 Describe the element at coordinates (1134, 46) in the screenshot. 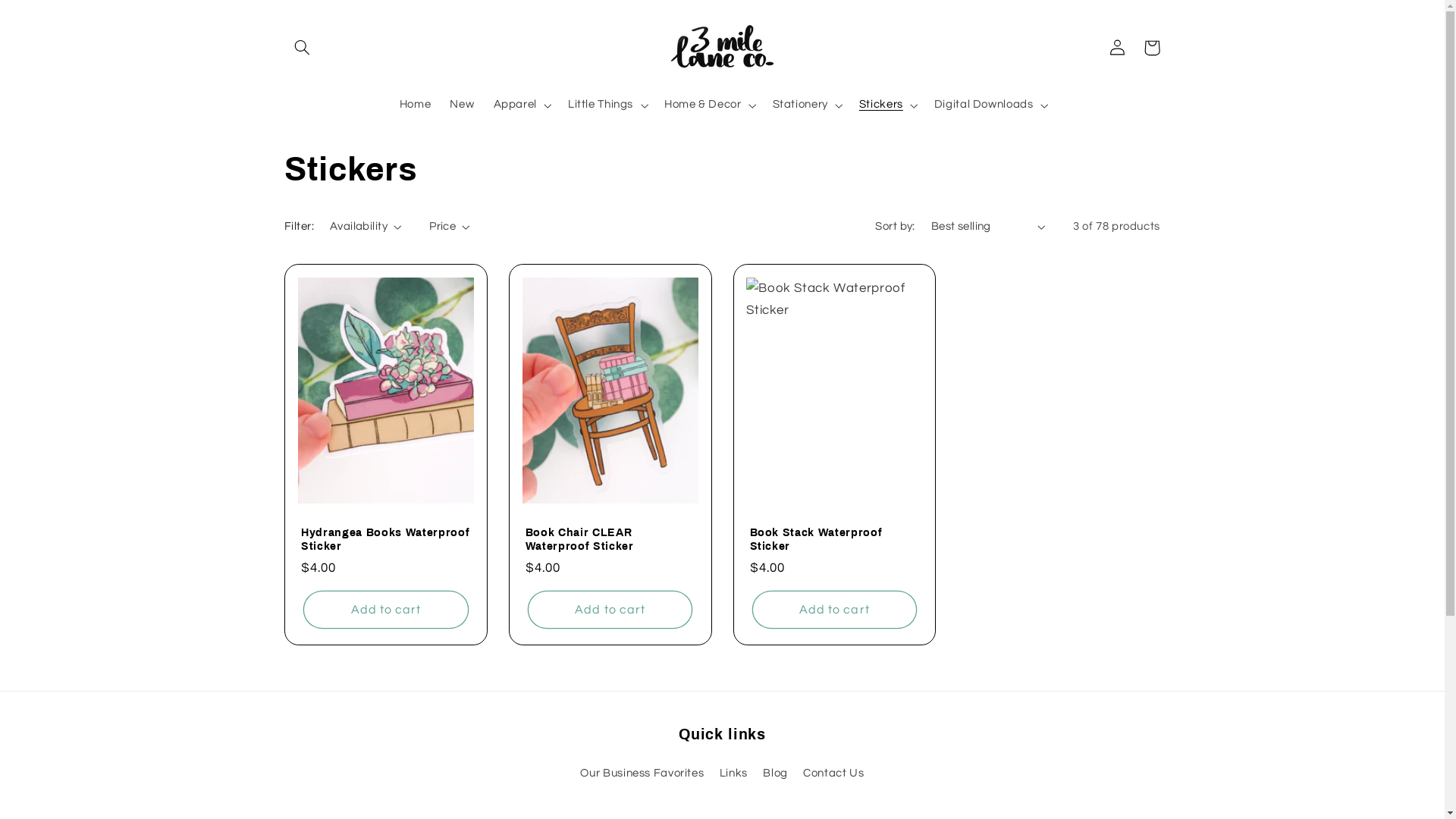

I see `'Cart'` at that location.